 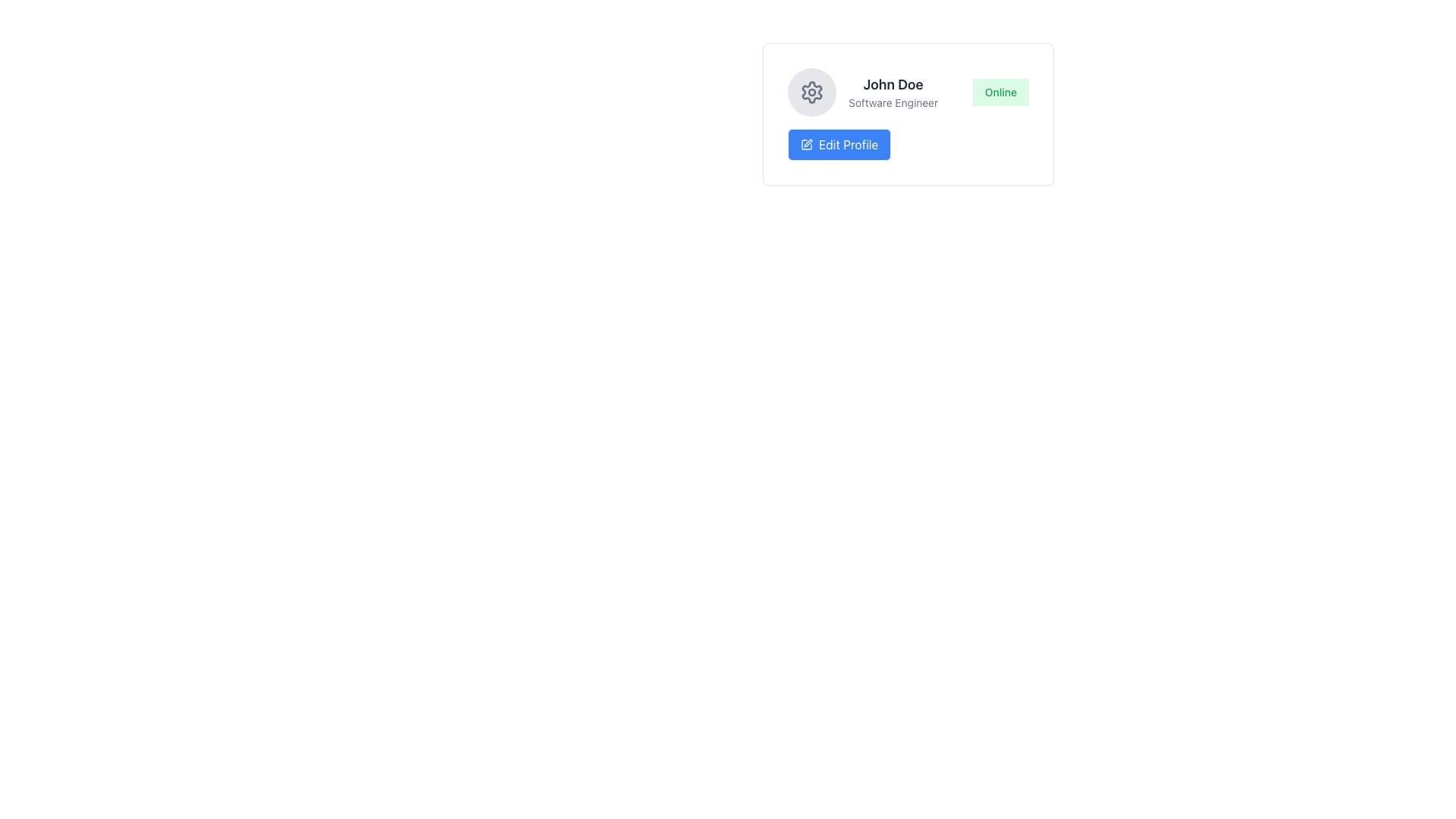 What do you see at coordinates (806, 145) in the screenshot?
I see `the icon that visually enhances the 'Edit Profile' button, which is located to the left of the button text in the lower-left area of the profile card` at bounding box center [806, 145].